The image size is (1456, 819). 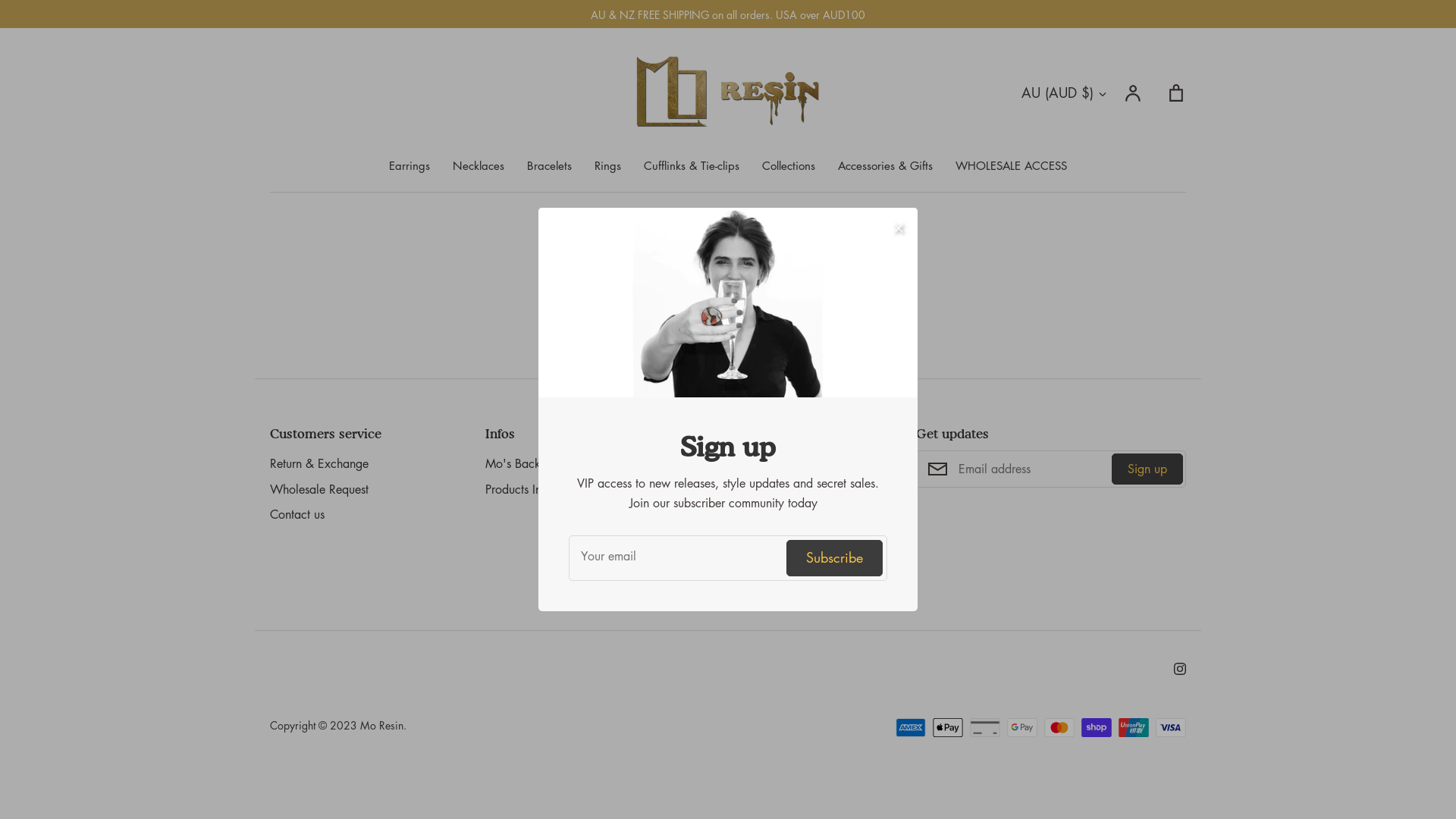 What do you see at coordinates (607, 165) in the screenshot?
I see `'Rings'` at bounding box center [607, 165].